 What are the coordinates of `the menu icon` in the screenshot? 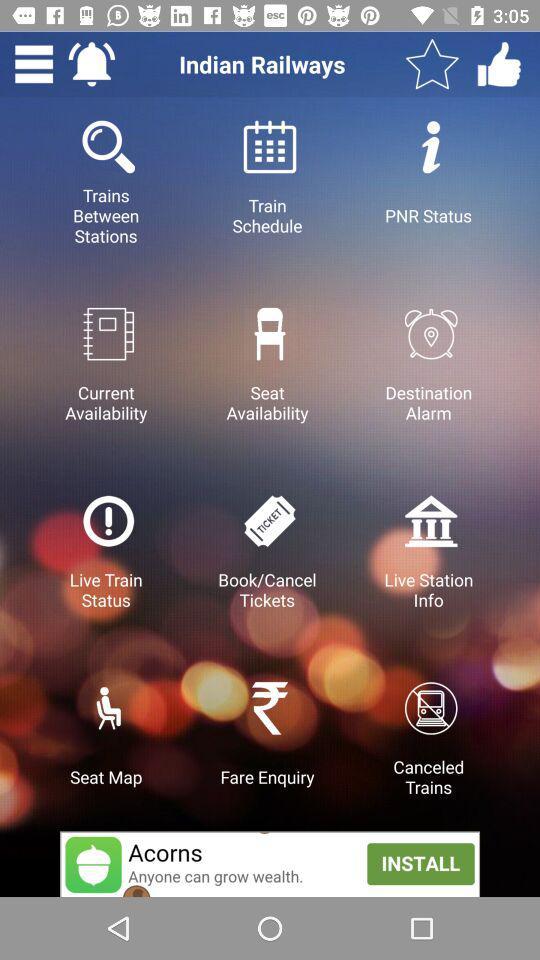 It's located at (33, 64).